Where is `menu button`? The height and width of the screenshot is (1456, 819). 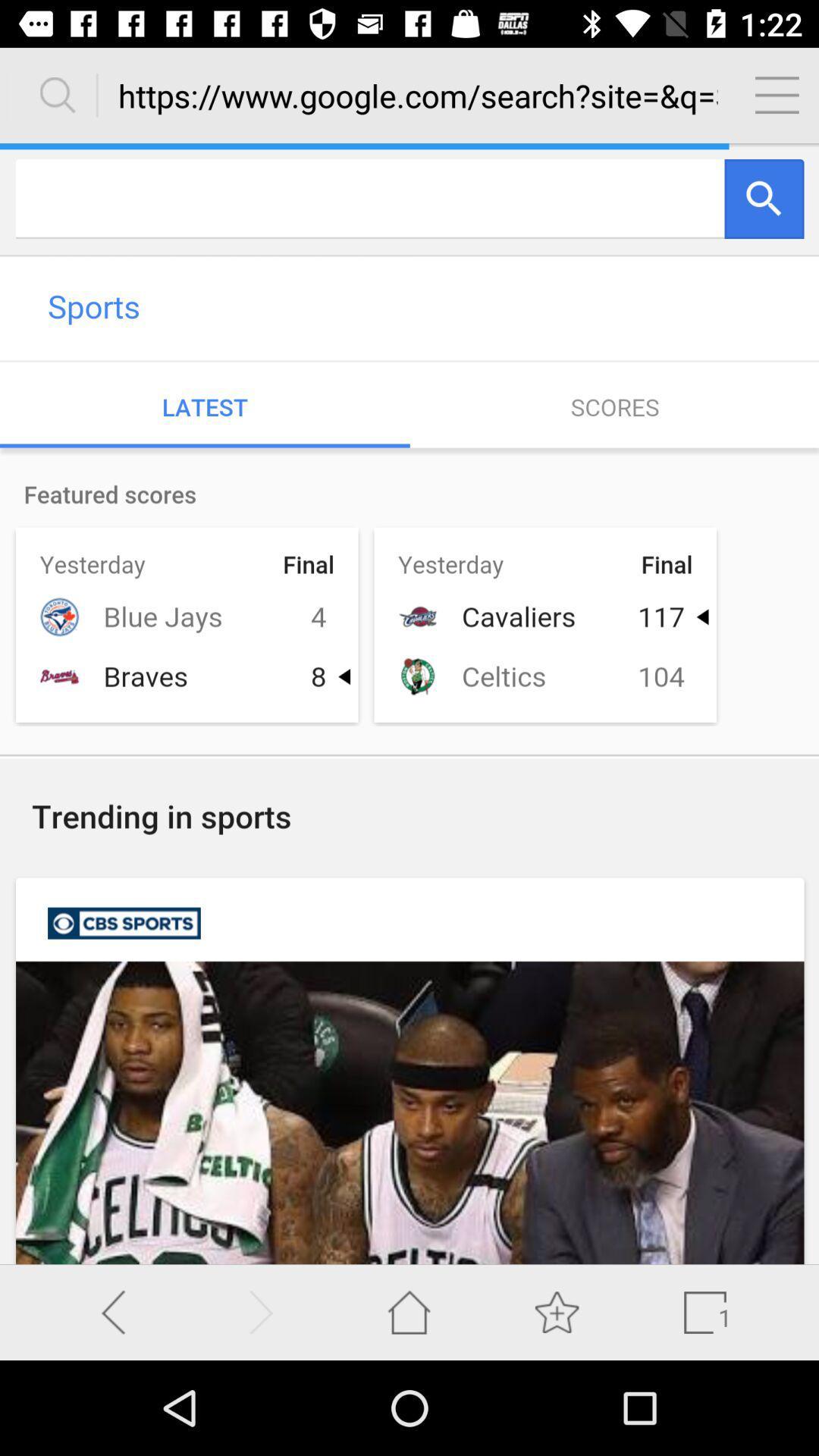
menu button is located at coordinates (777, 94).